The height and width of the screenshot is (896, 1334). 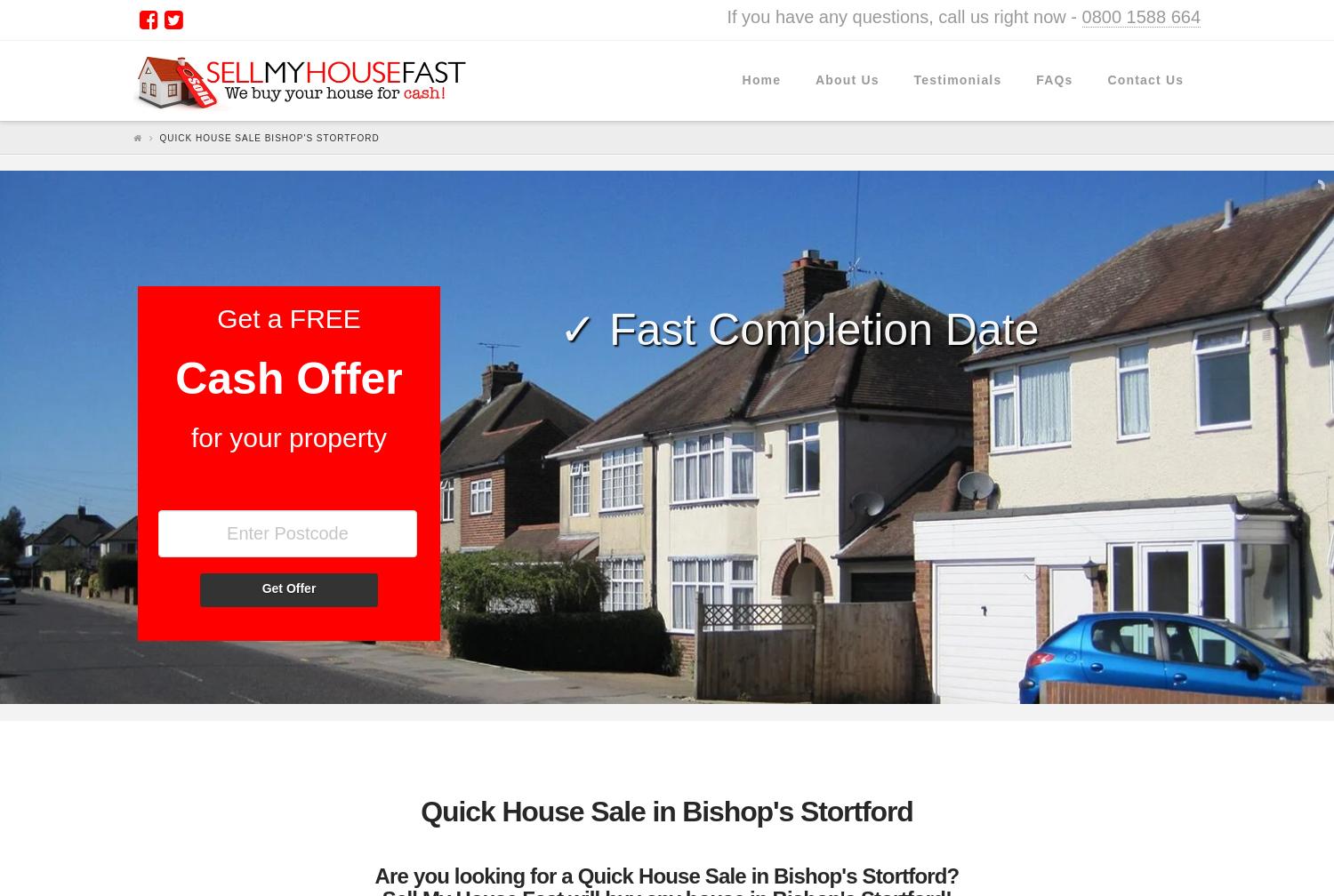 I want to click on 'Cash Offer', so click(x=287, y=378).